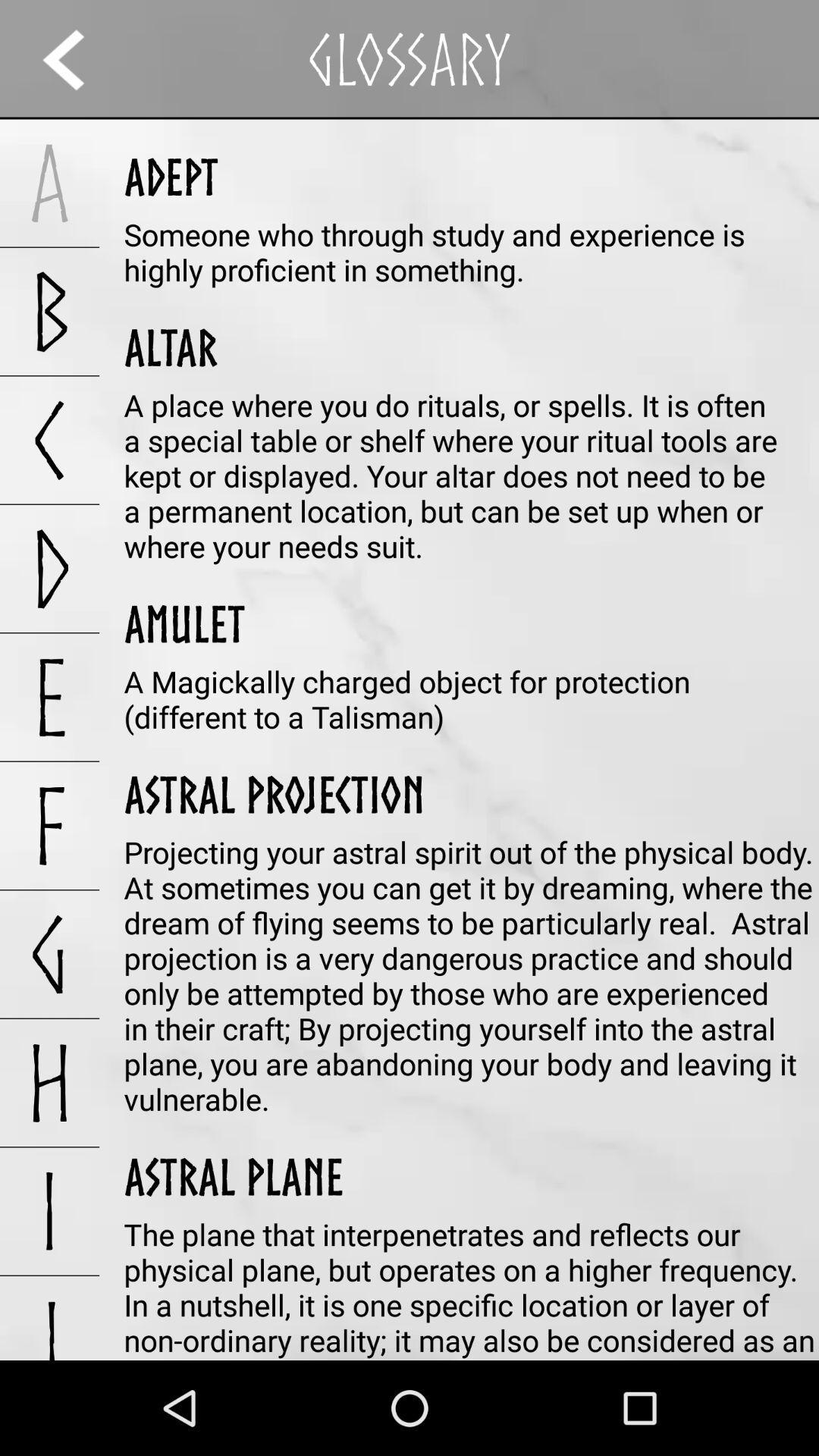 This screenshot has width=819, height=1456. I want to click on app below the f, so click(49, 953).